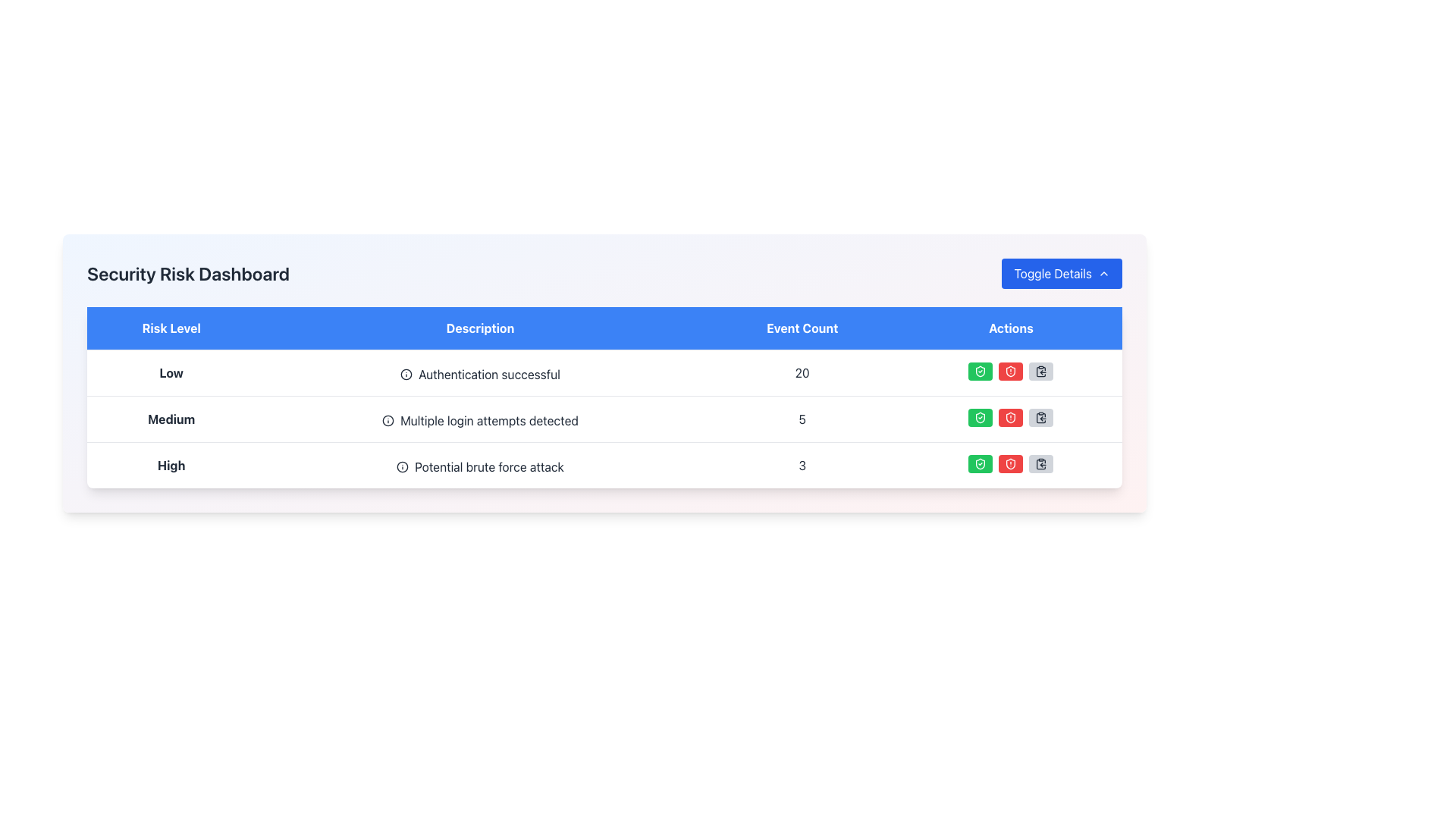 This screenshot has width=1456, height=819. I want to click on the shield icon inside the green button in the 'Actions' column of the second row, which signifies a confirmation action for the 'Medium' risk level event, so click(981, 418).